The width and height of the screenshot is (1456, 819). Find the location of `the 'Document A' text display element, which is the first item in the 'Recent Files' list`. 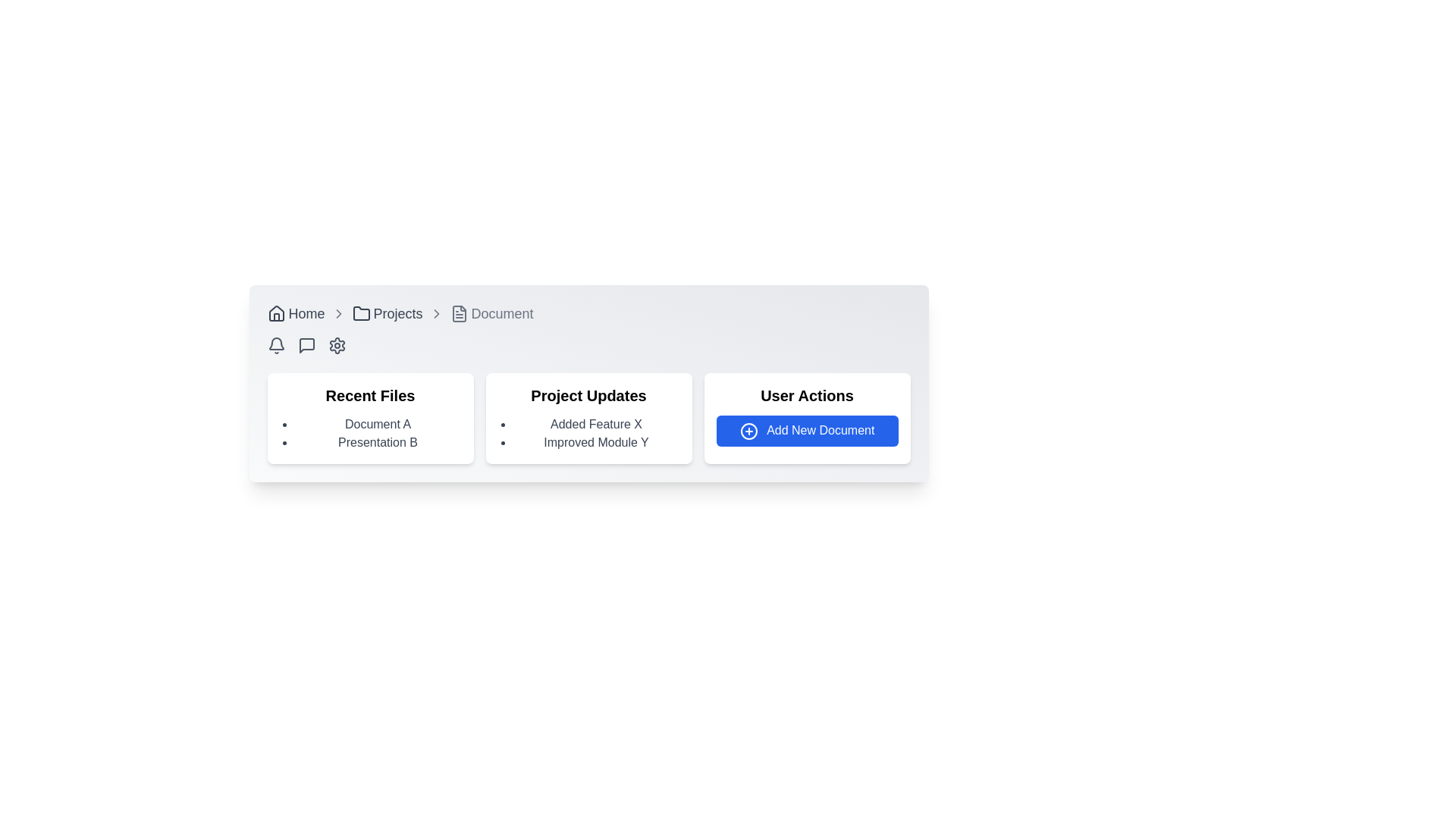

the 'Document A' text display element, which is the first item in the 'Recent Files' list is located at coordinates (378, 424).